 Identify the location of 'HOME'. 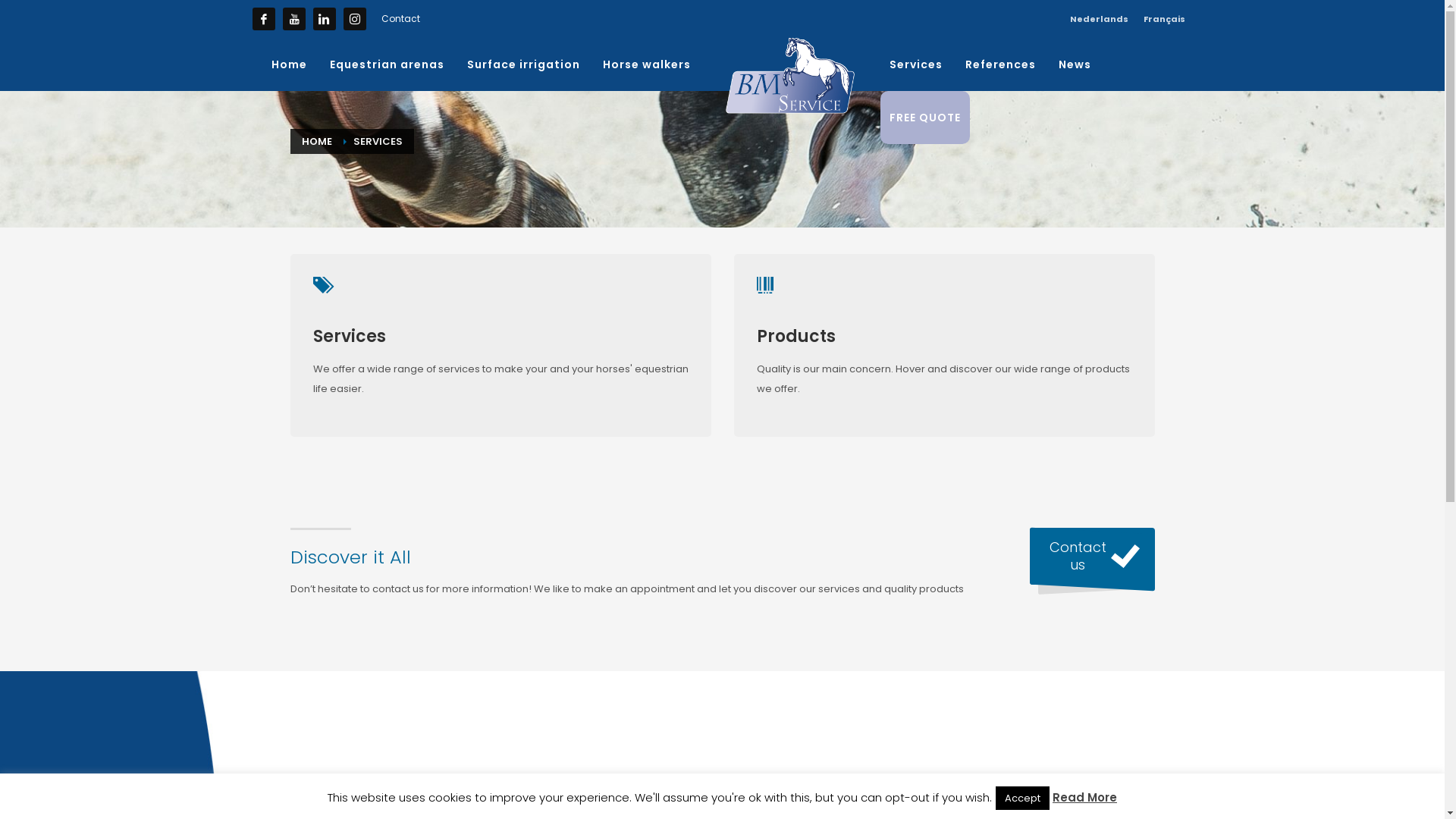
(302, 141).